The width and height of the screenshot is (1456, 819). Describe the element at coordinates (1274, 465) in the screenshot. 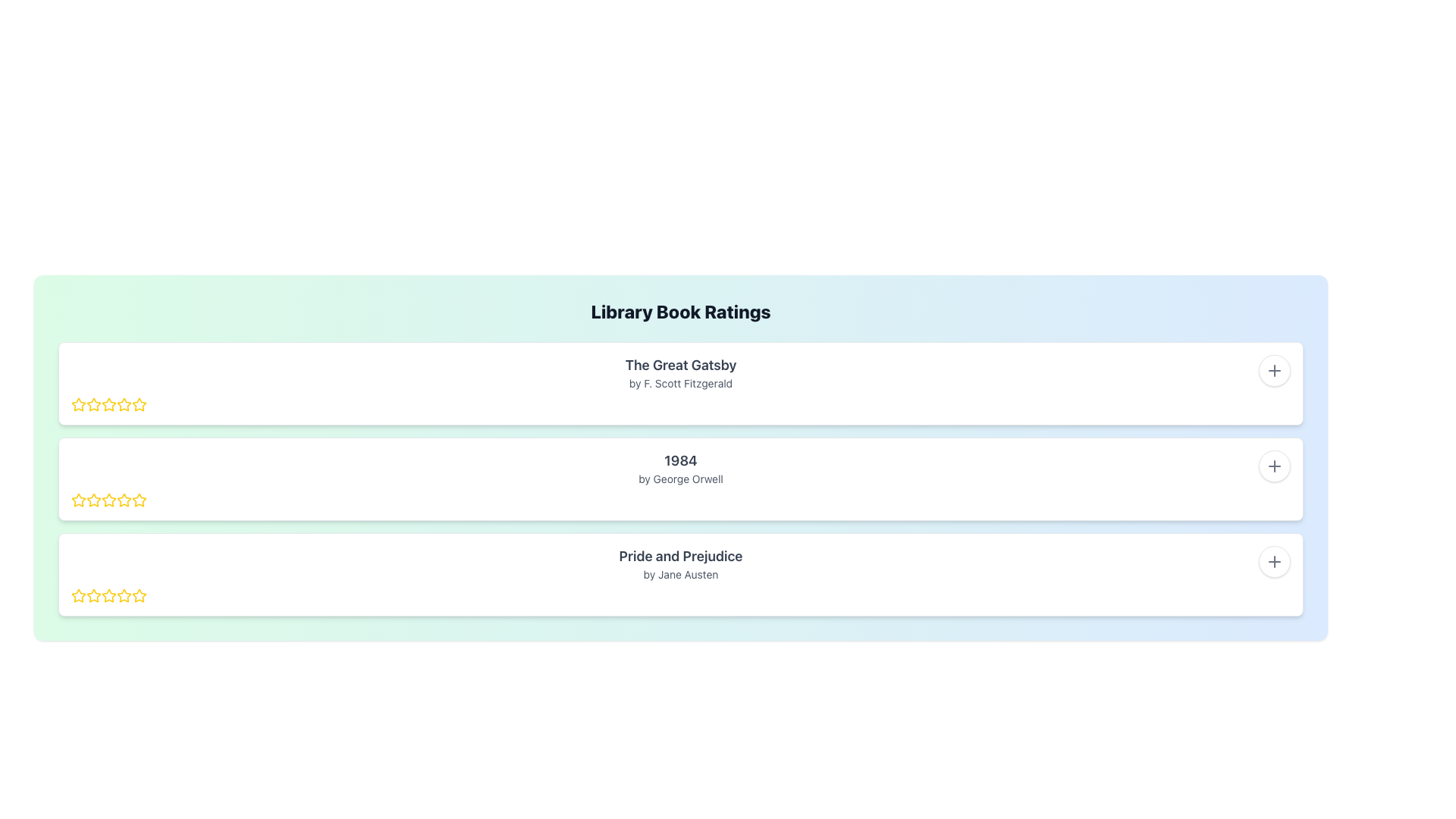

I see `the Plus Symbol icon located inside the white circular button at the top-right corner of the second row item for the book '1984 by George Orwell'` at that location.